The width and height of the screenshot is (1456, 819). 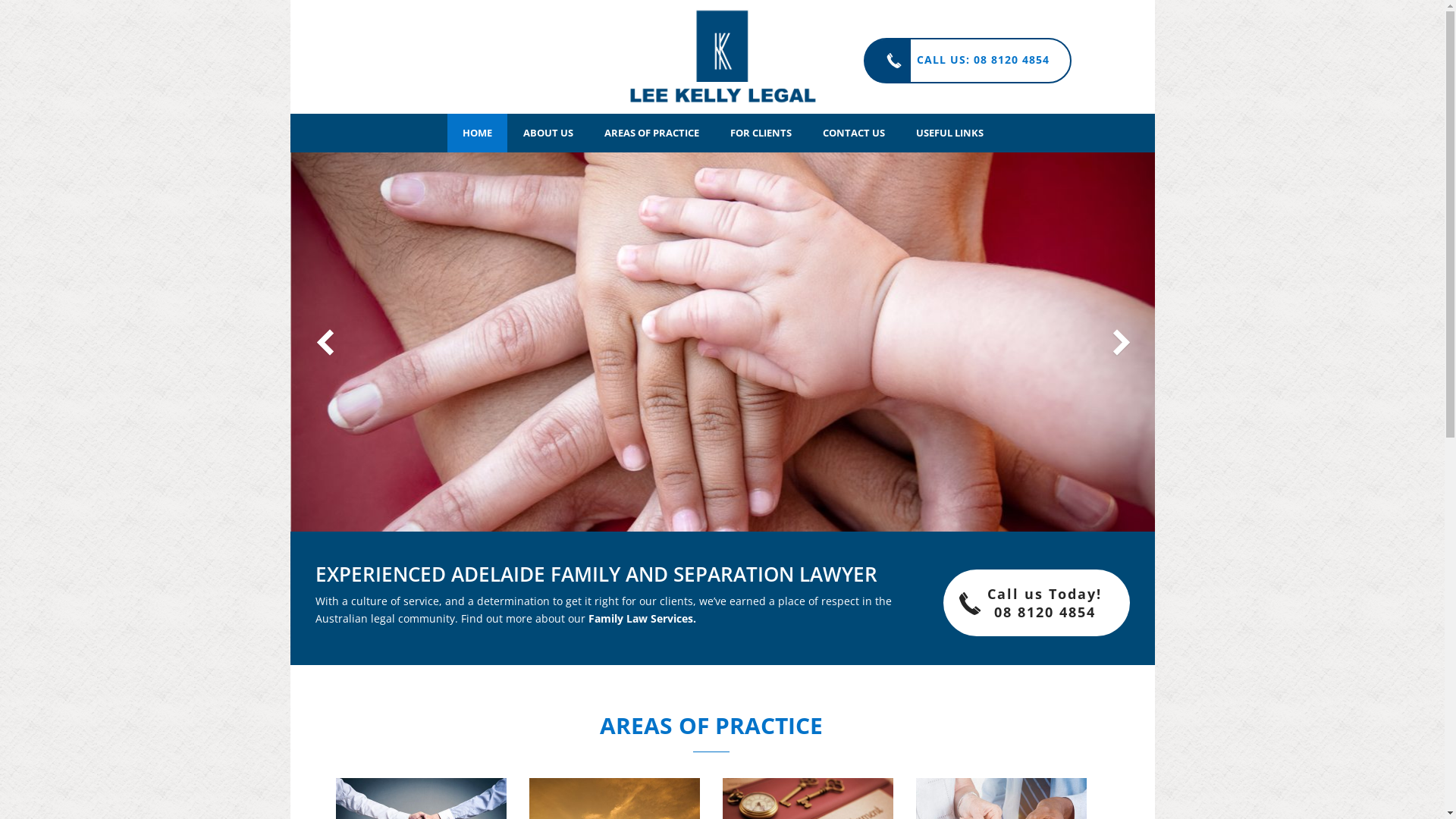 What do you see at coordinates (760, 132) in the screenshot?
I see `'FOR CLIENTS'` at bounding box center [760, 132].